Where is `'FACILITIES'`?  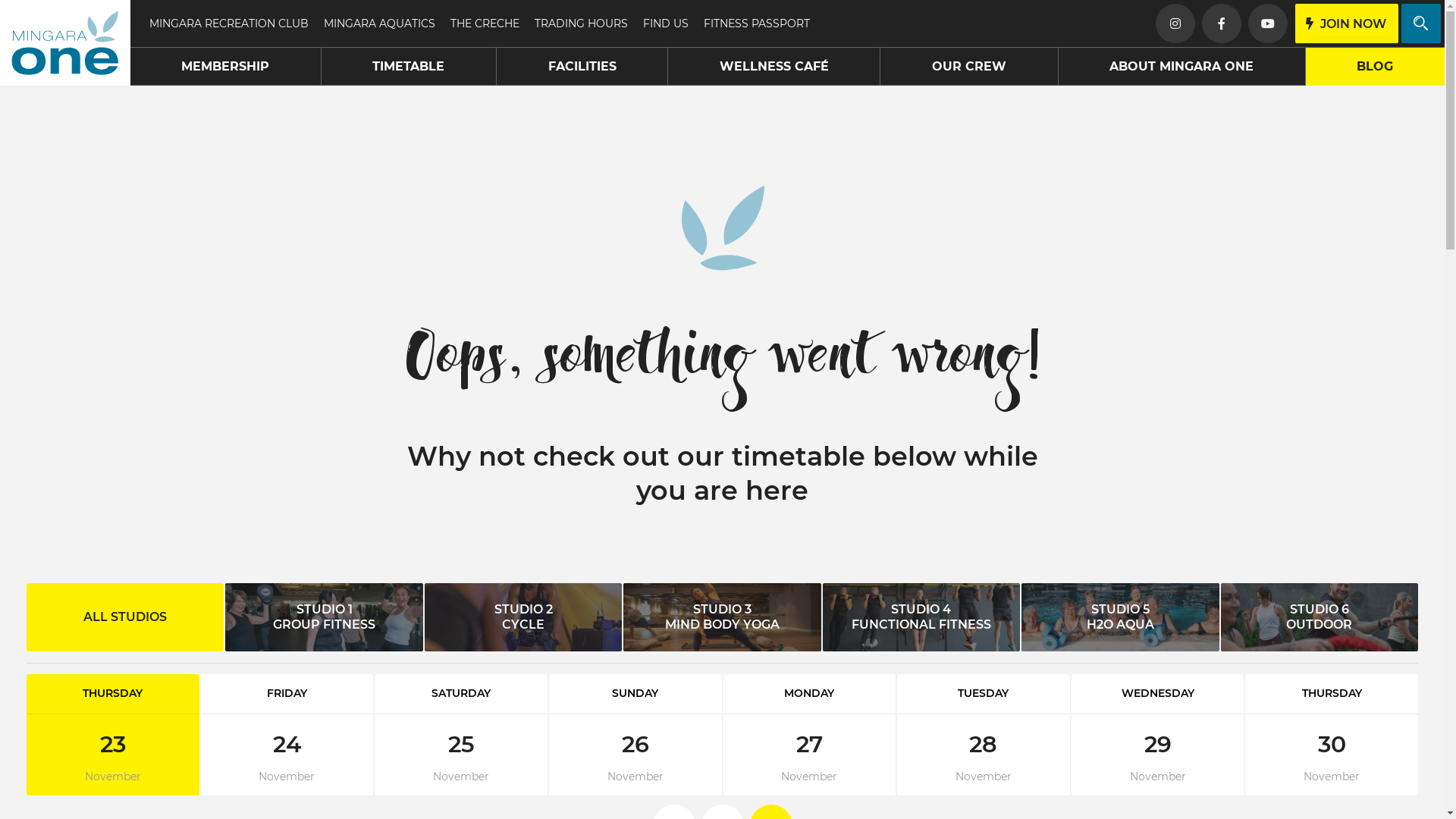
'FACILITIES' is located at coordinates (582, 66).